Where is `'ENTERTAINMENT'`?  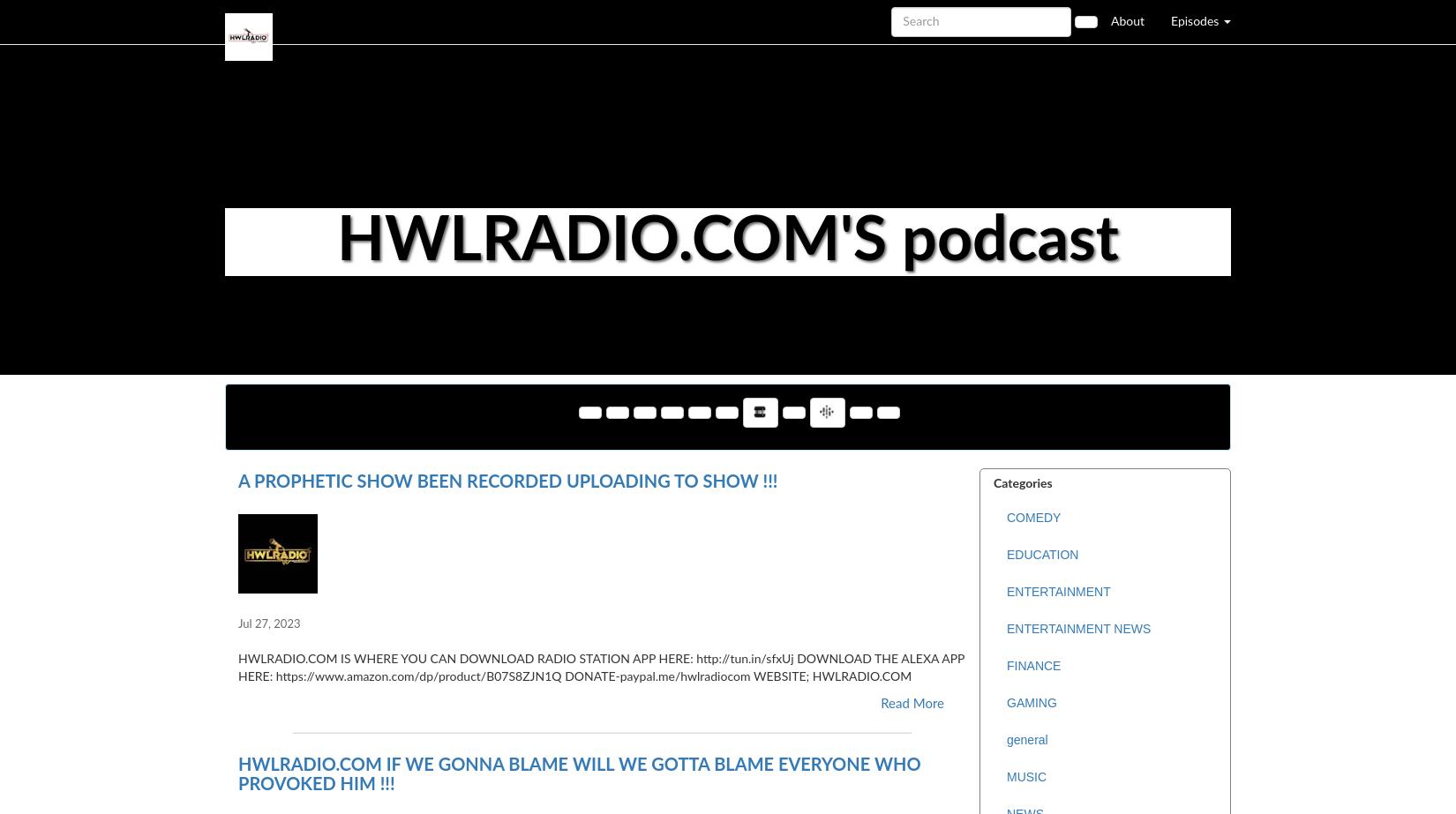
'ENTERTAINMENT' is located at coordinates (1058, 591).